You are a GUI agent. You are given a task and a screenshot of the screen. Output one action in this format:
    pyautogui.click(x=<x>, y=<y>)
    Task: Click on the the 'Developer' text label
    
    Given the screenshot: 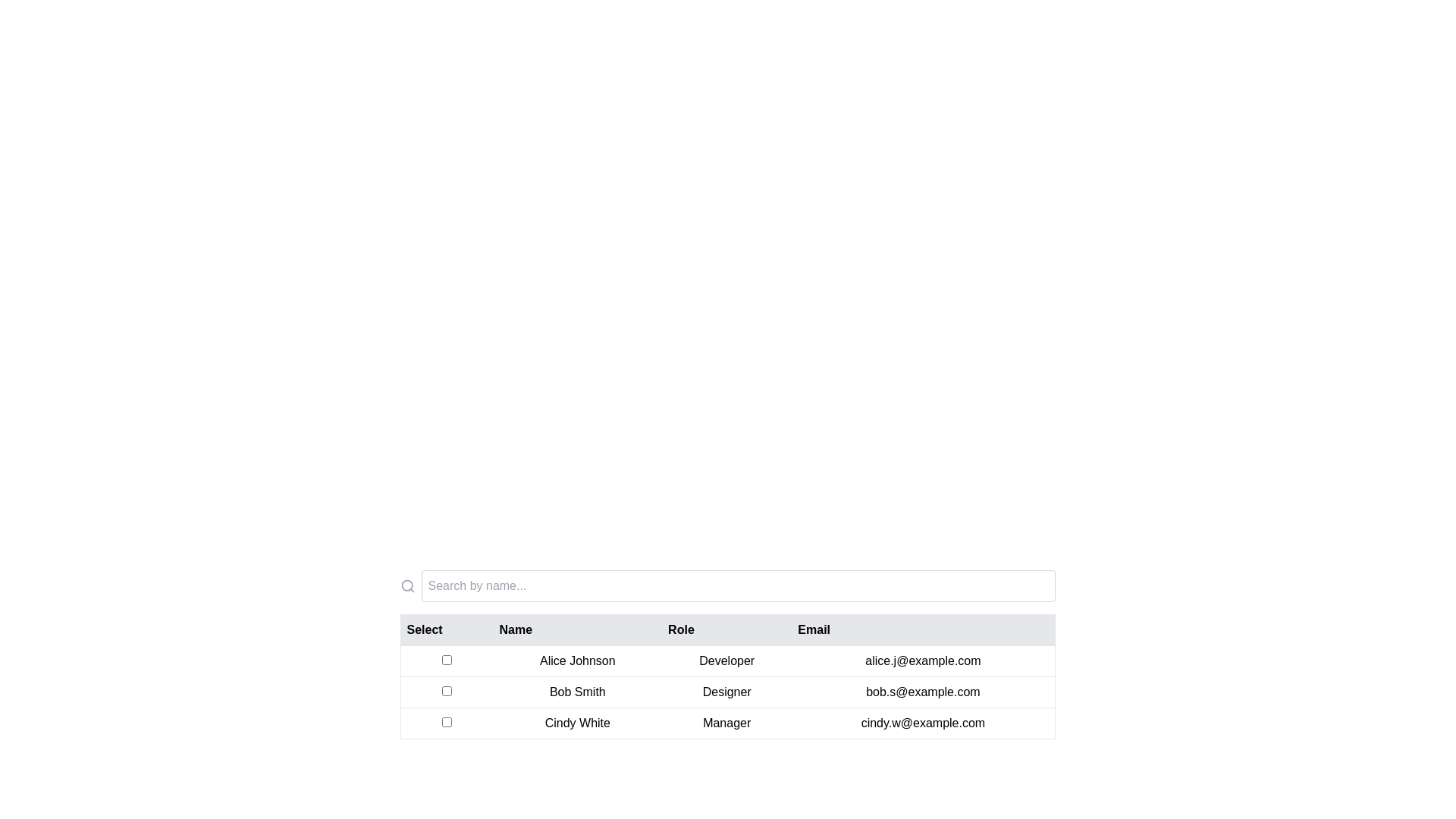 What is the action you would take?
    pyautogui.click(x=726, y=654)
    